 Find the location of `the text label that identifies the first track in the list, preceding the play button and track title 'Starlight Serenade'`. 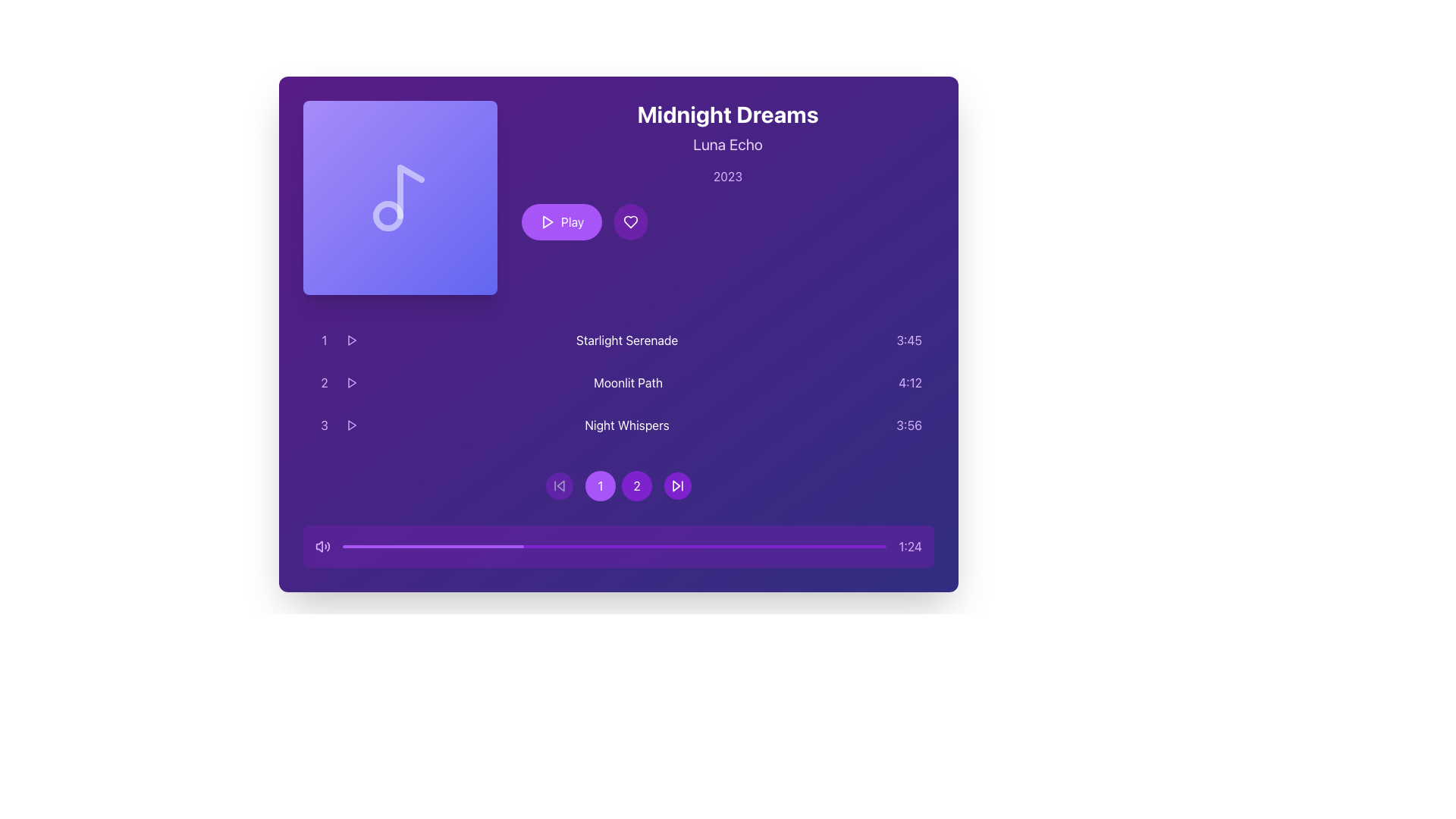

the text label that identifies the first track in the list, preceding the play button and track title 'Starlight Serenade' is located at coordinates (323, 339).